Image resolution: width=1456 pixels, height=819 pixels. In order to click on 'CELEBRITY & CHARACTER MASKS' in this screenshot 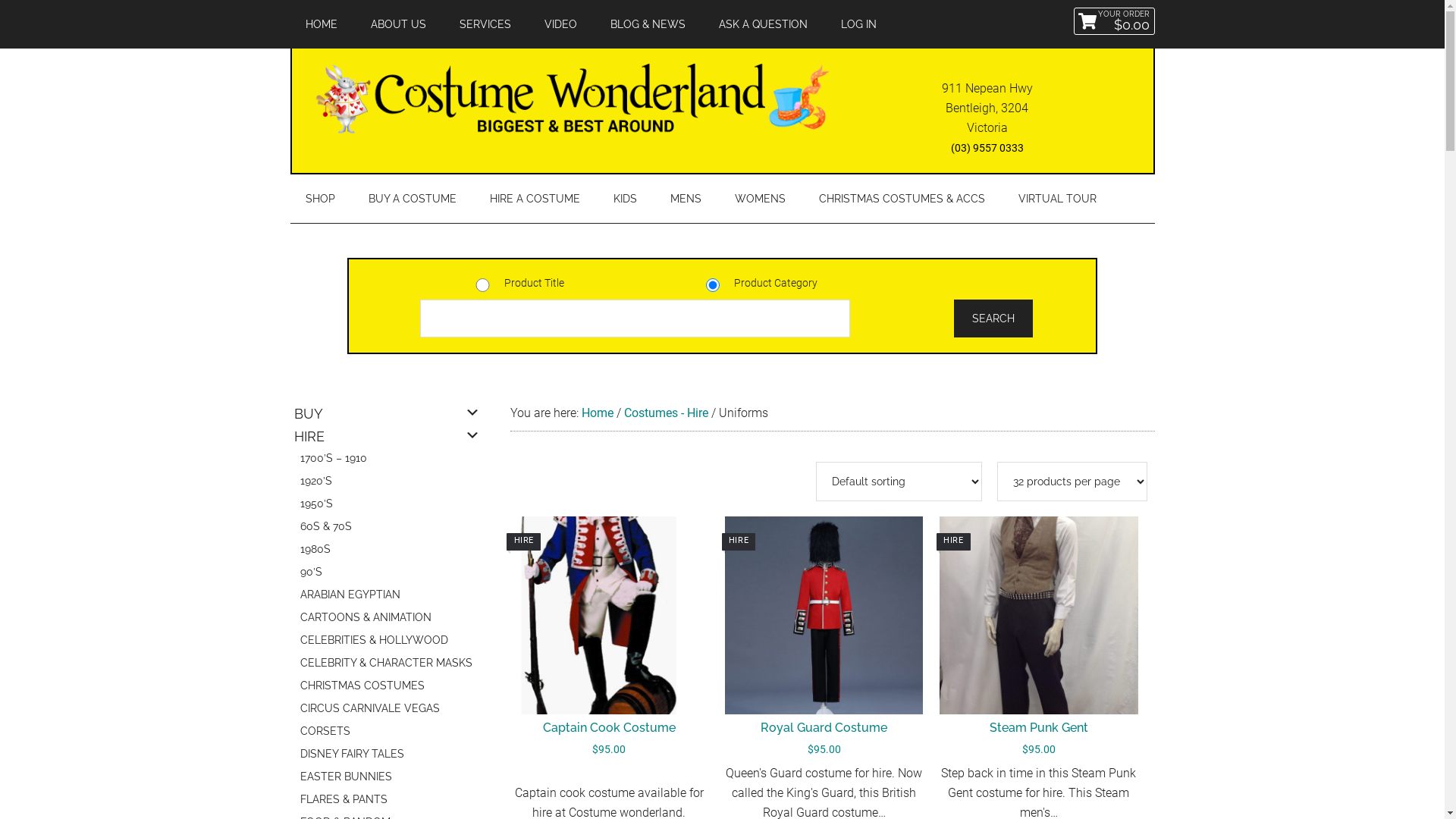, I will do `click(386, 664)`.